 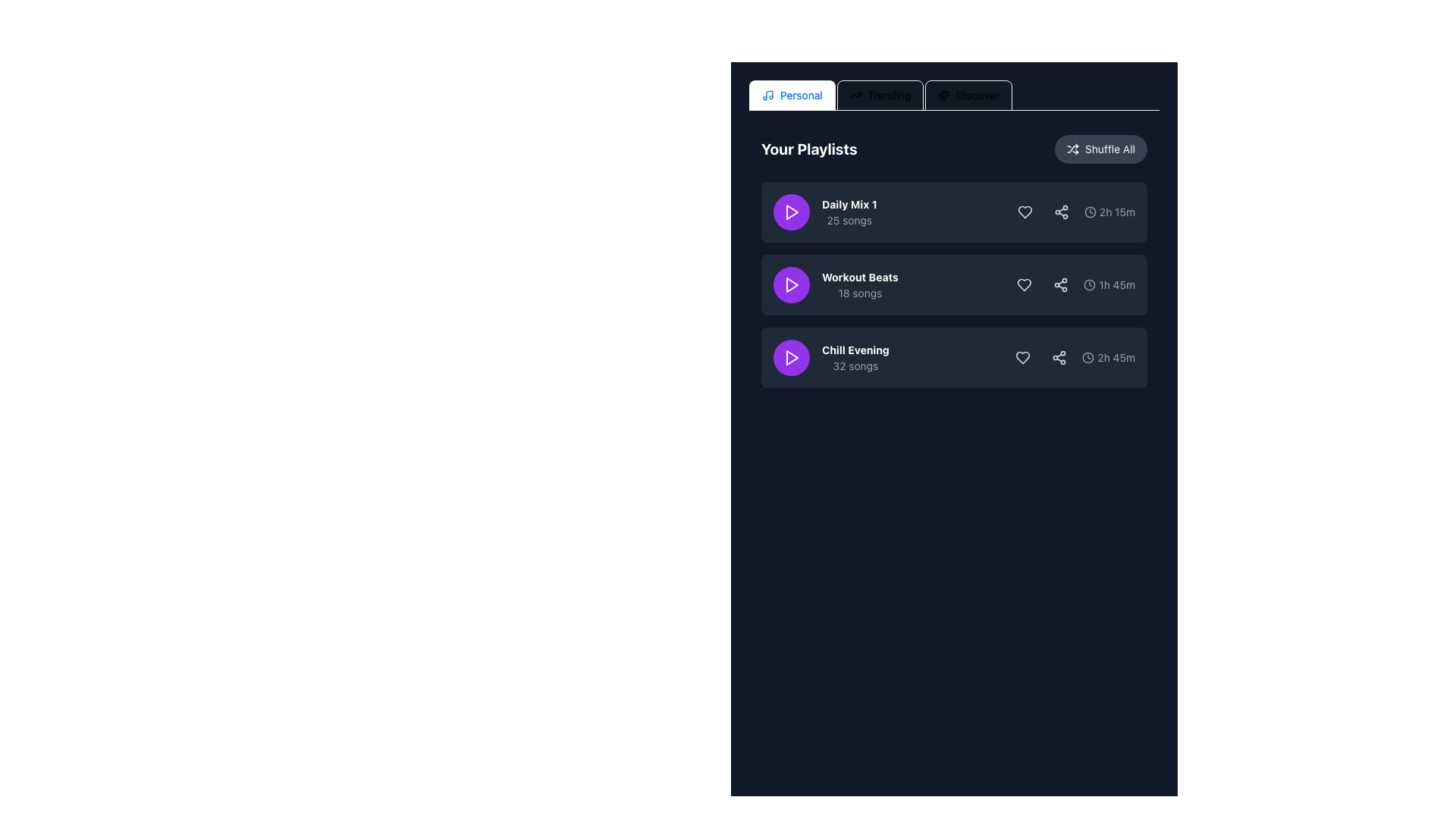 What do you see at coordinates (1060, 284) in the screenshot?
I see `the sharing button located to the right of the heart-shaped icon and just before the time indicator for the 'Workout Beats' playlist` at bounding box center [1060, 284].